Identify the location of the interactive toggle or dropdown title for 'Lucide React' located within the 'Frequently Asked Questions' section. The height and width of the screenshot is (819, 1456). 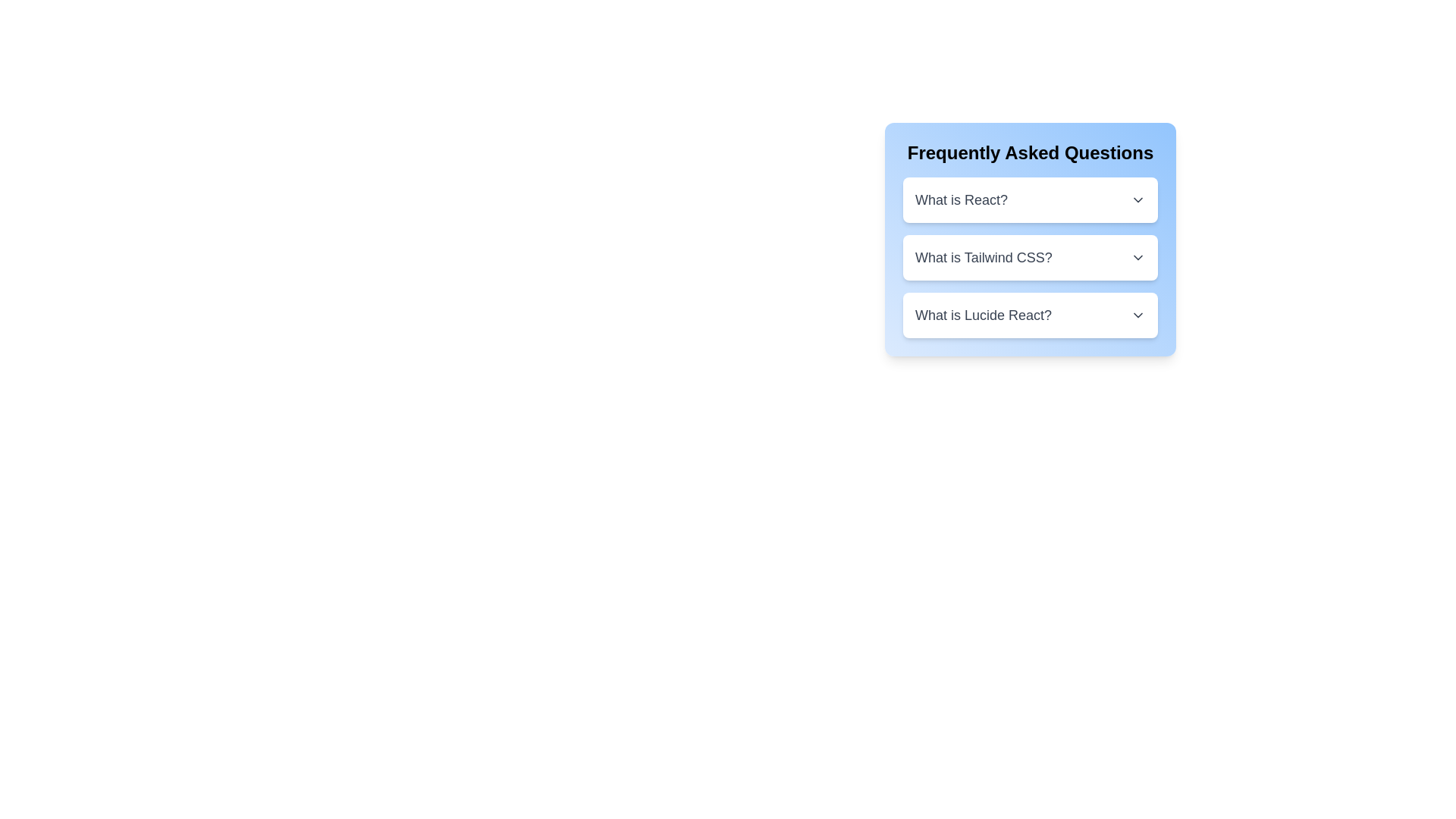
(1030, 315).